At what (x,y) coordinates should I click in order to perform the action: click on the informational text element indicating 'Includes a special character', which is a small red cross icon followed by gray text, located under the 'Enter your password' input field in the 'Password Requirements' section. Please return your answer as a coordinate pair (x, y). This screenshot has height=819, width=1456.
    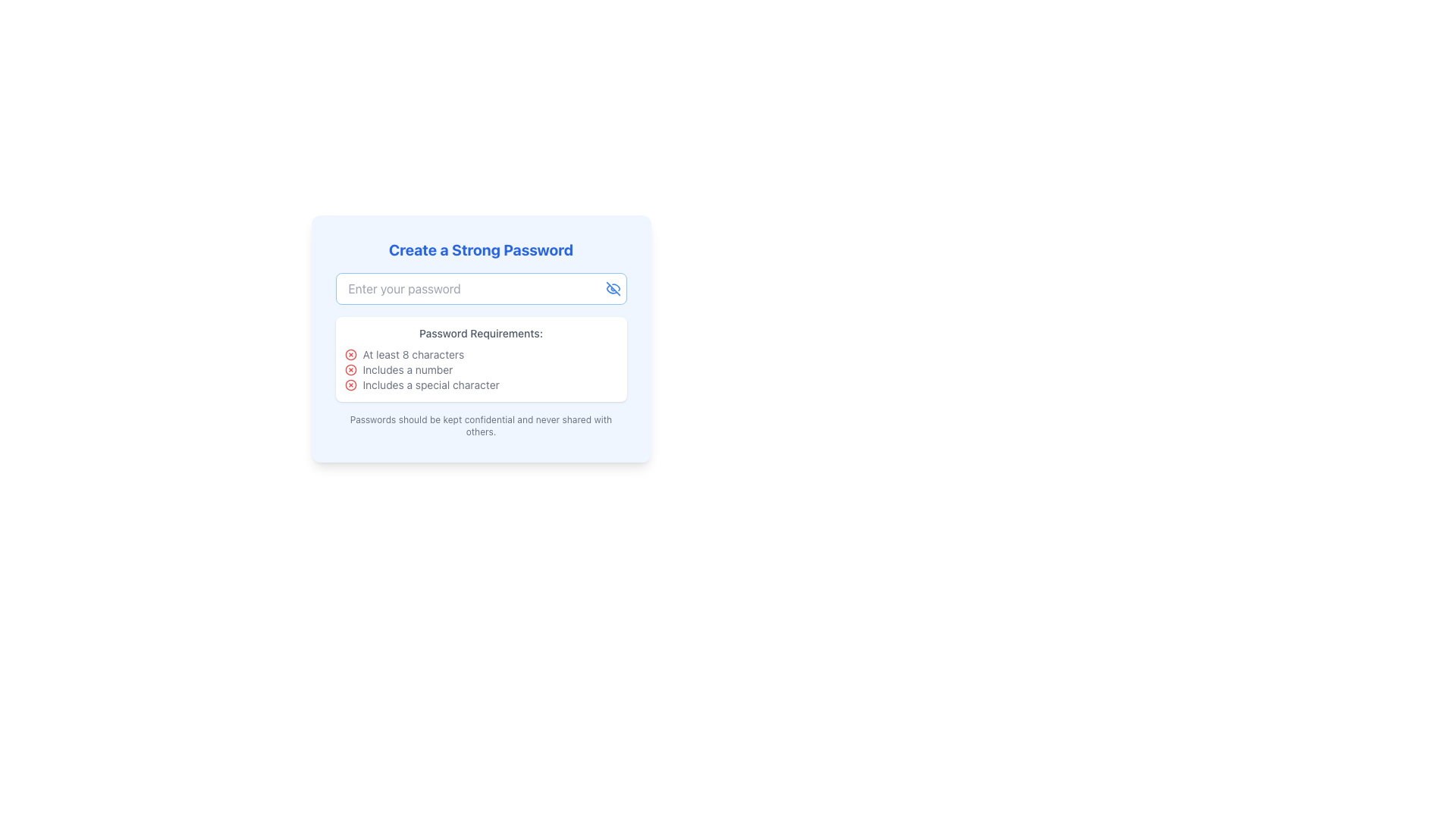
    Looking at the image, I should click on (480, 384).